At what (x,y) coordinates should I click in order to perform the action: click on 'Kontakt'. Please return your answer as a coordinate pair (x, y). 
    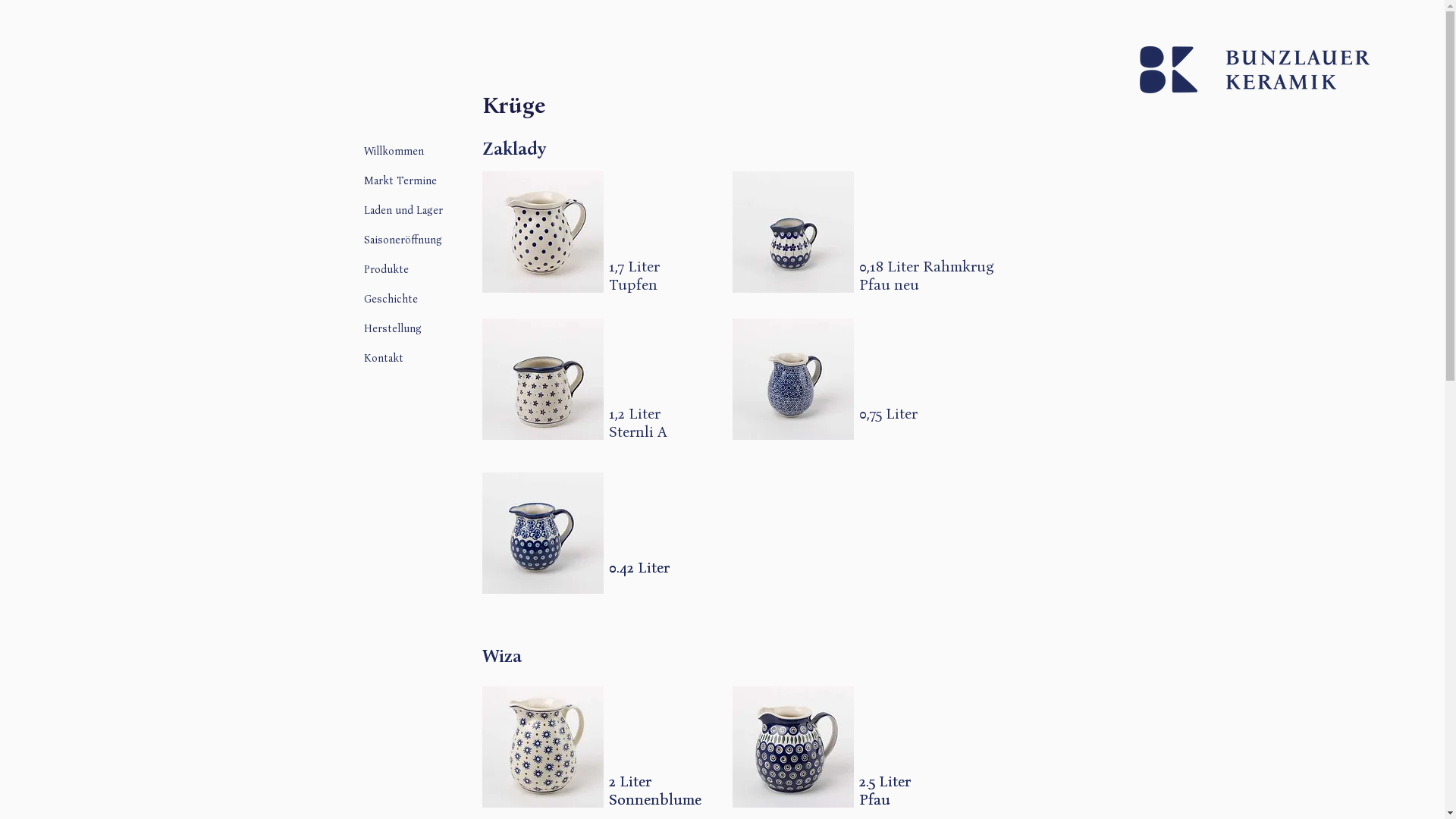
    Looking at the image, I should click on (442, 357).